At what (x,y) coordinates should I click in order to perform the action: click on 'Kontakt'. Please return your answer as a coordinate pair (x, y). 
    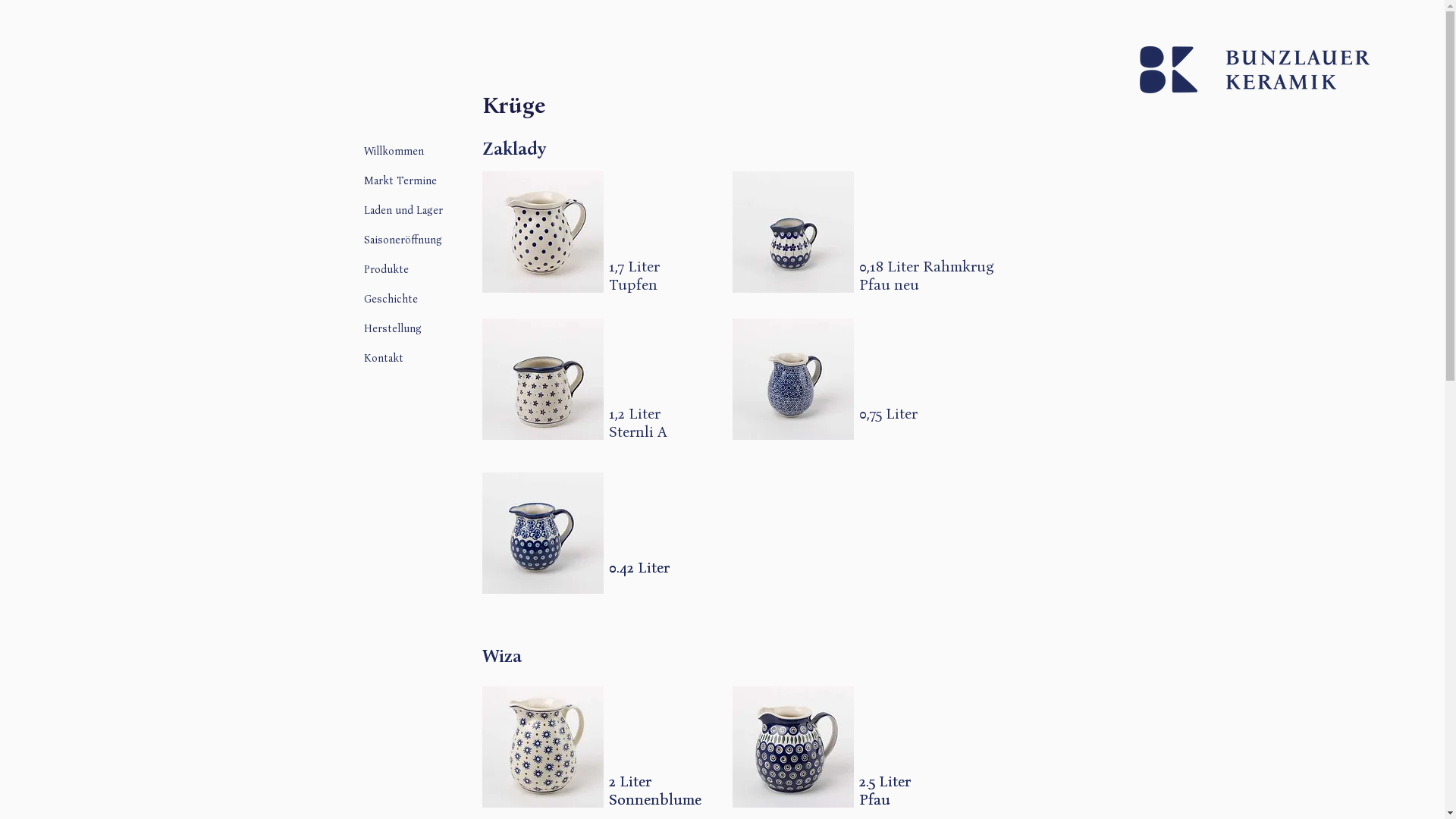
    Looking at the image, I should click on (442, 357).